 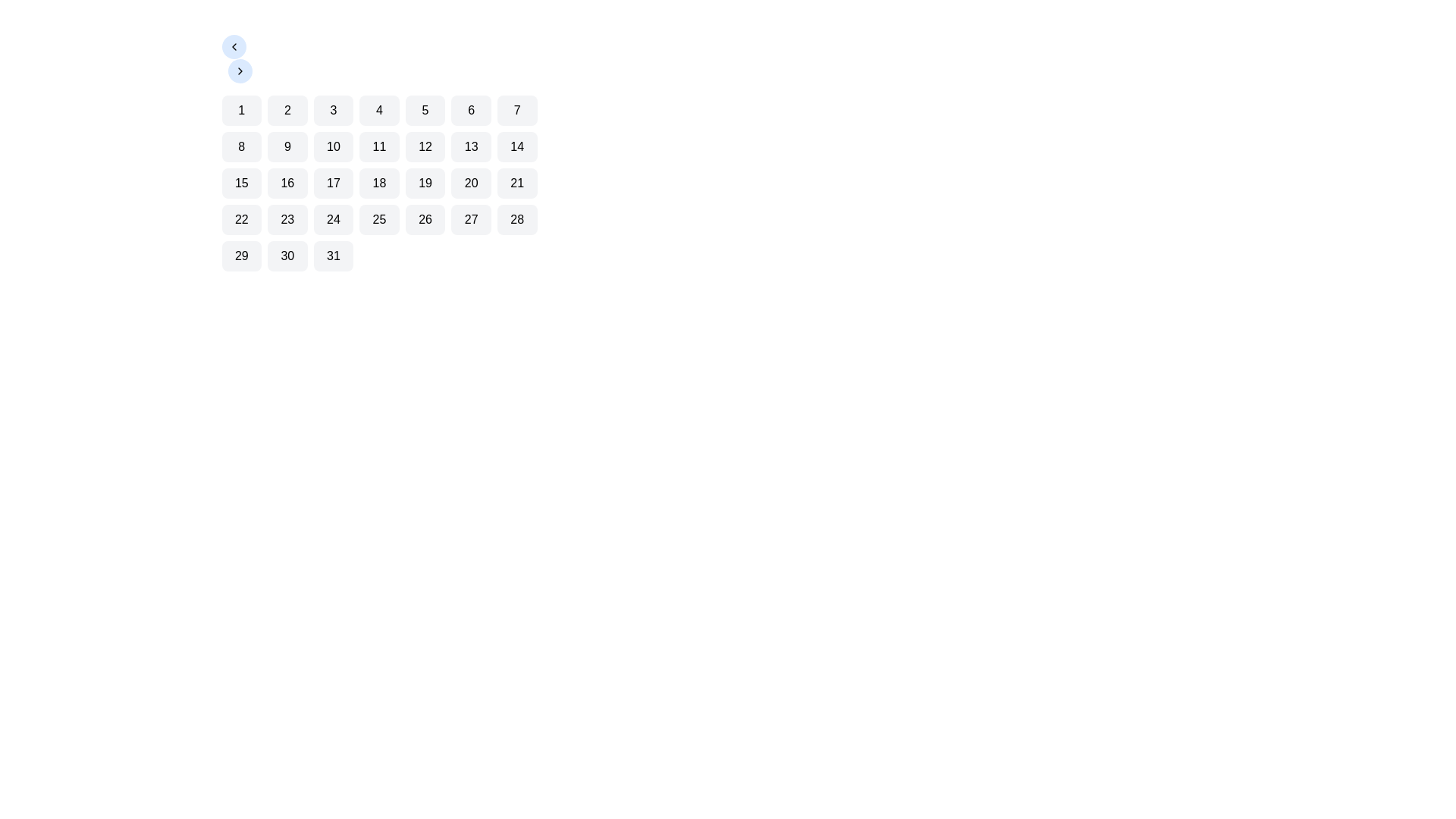 What do you see at coordinates (287, 183) in the screenshot?
I see `the button representing the number '16' in the date selection interface` at bounding box center [287, 183].